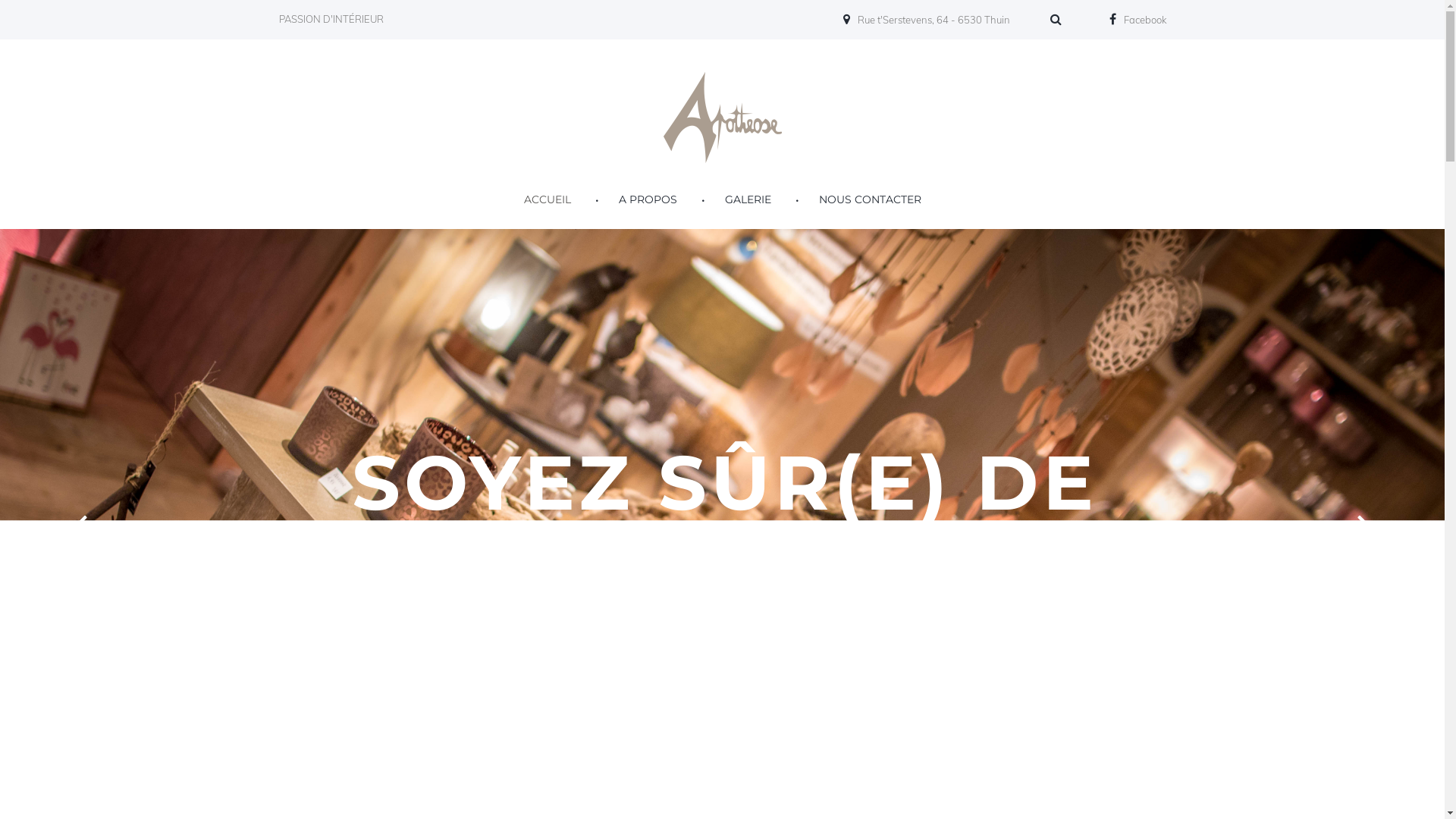 The width and height of the screenshot is (1456, 819). I want to click on 'NOUS CONTACTER', so click(870, 198).